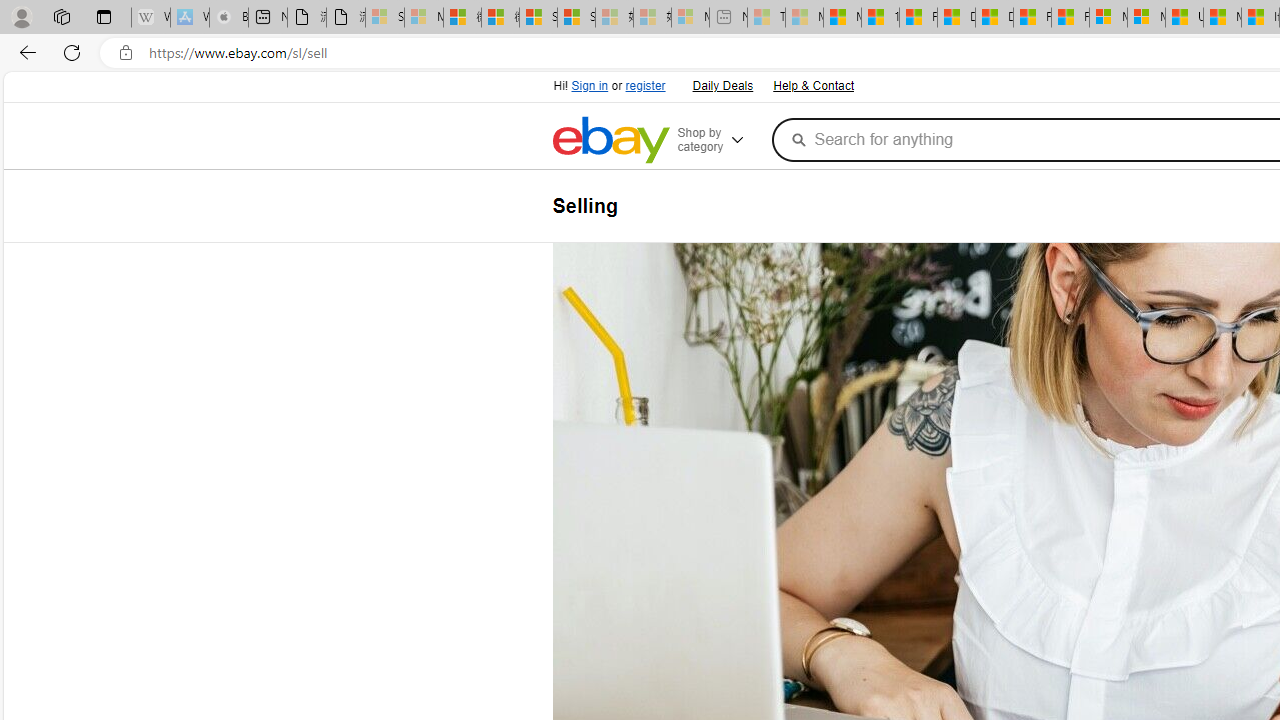 This screenshot has height=720, width=1280. Describe the element at coordinates (1069, 17) in the screenshot. I see `'Foo BAR | Trusted Community Engagement and Contributions'` at that location.